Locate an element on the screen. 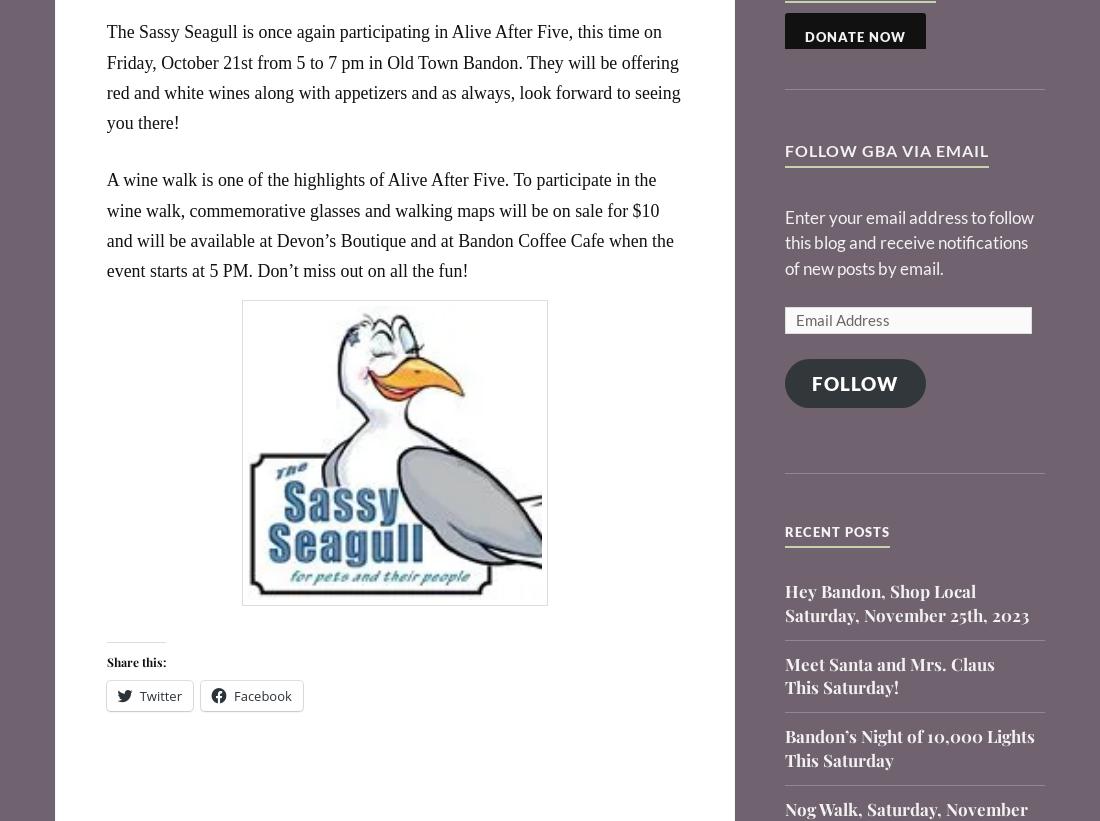 This screenshot has height=821, width=1100. 'Hey Bandon, Shop Local Saturday, November 25th, 2023' is located at coordinates (905, 602).